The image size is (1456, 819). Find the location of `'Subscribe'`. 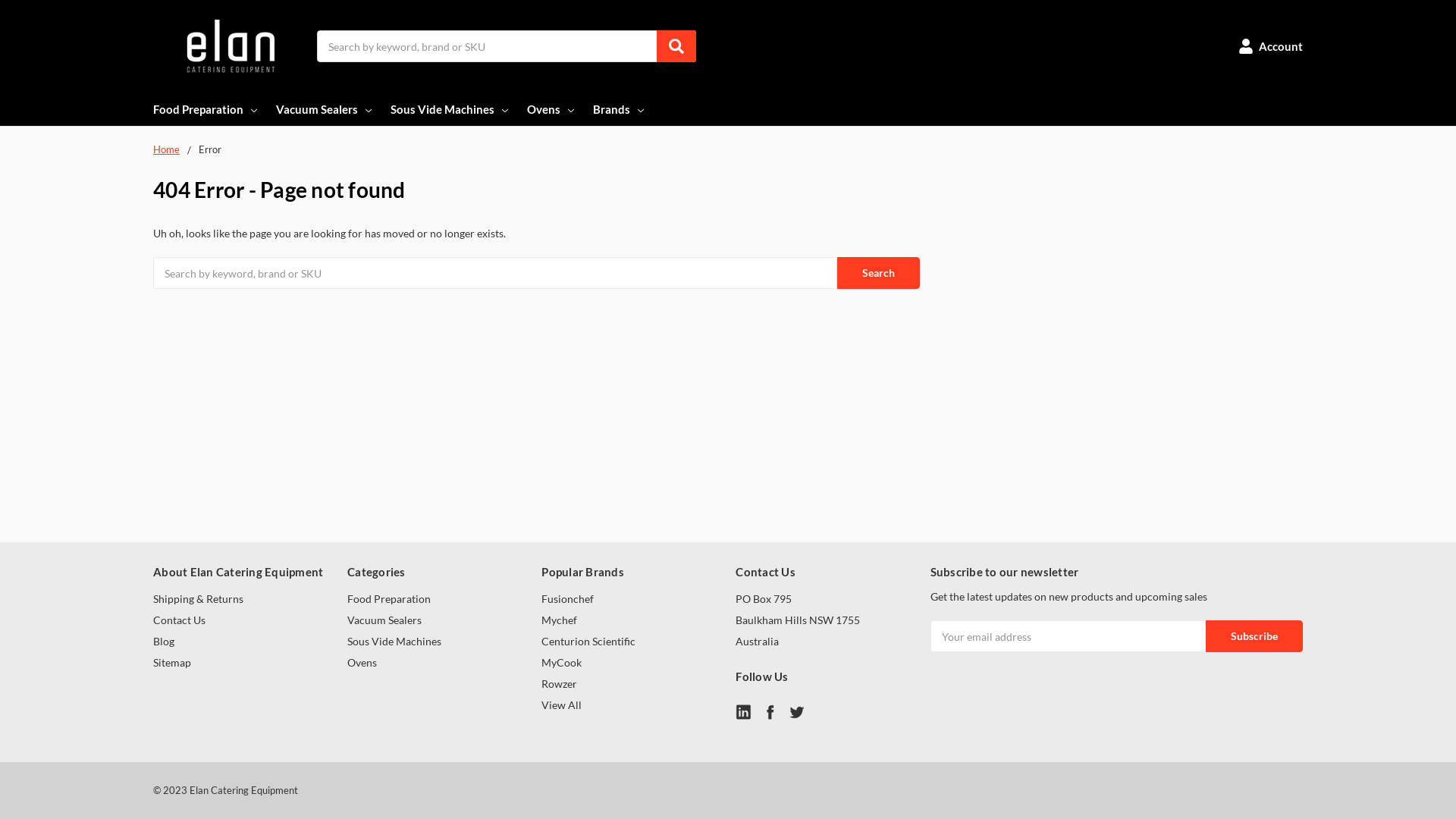

'Subscribe' is located at coordinates (1254, 636).